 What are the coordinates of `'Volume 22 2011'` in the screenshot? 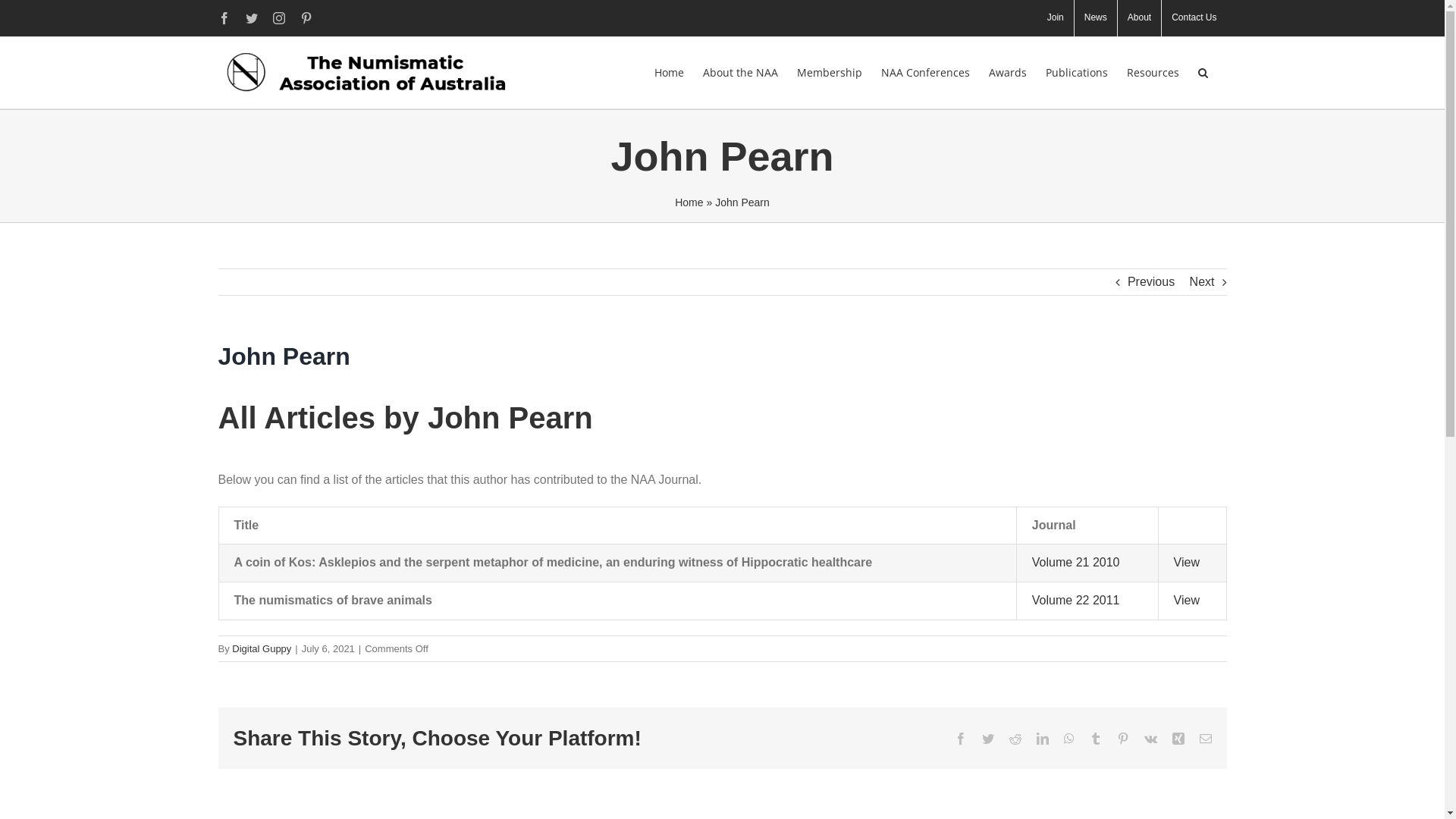 It's located at (1031, 599).